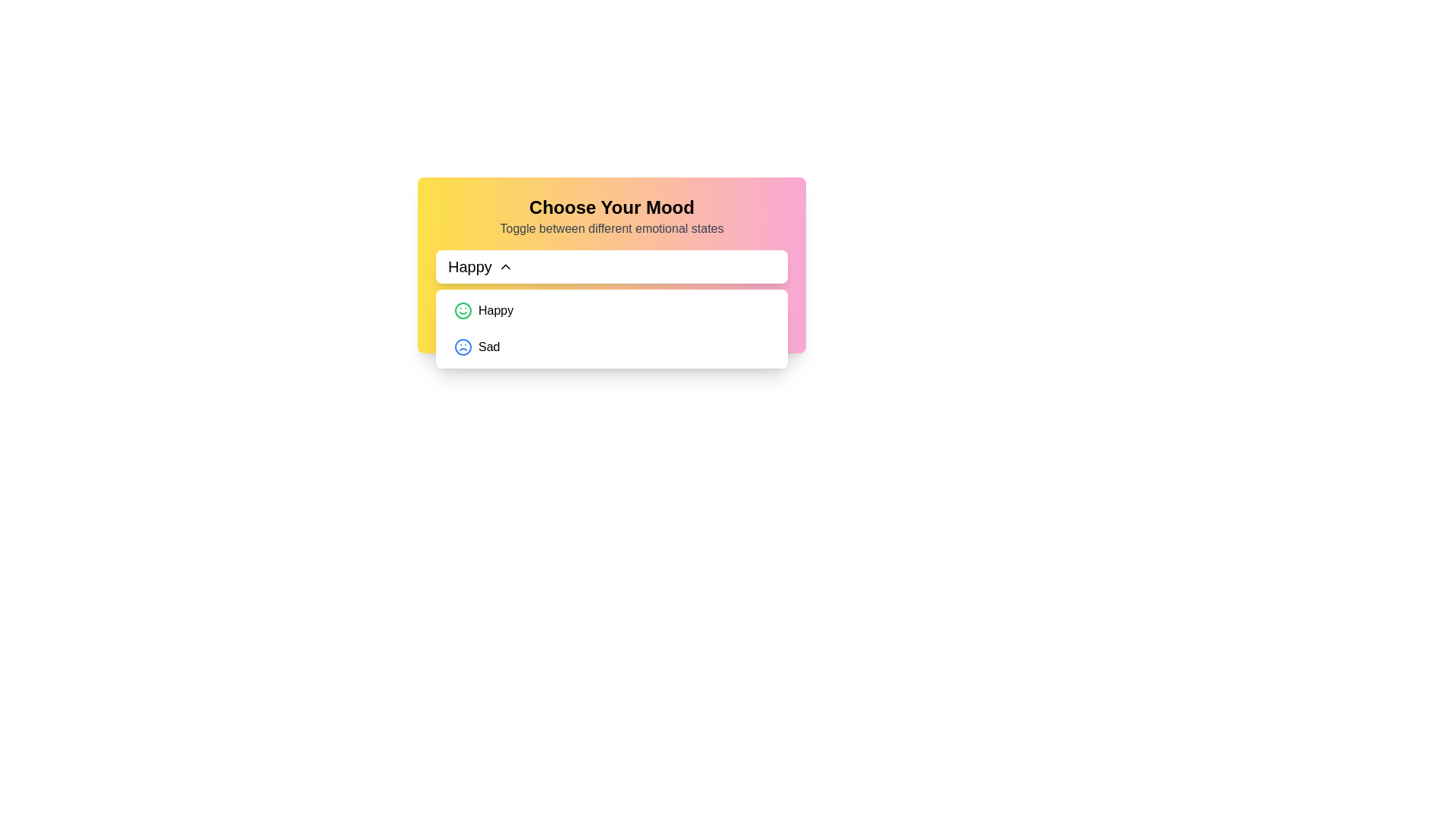 The image size is (1456, 819). Describe the element at coordinates (611, 309) in the screenshot. I see `the first option in the 'Choose Your Mood' dropdown menu` at that location.